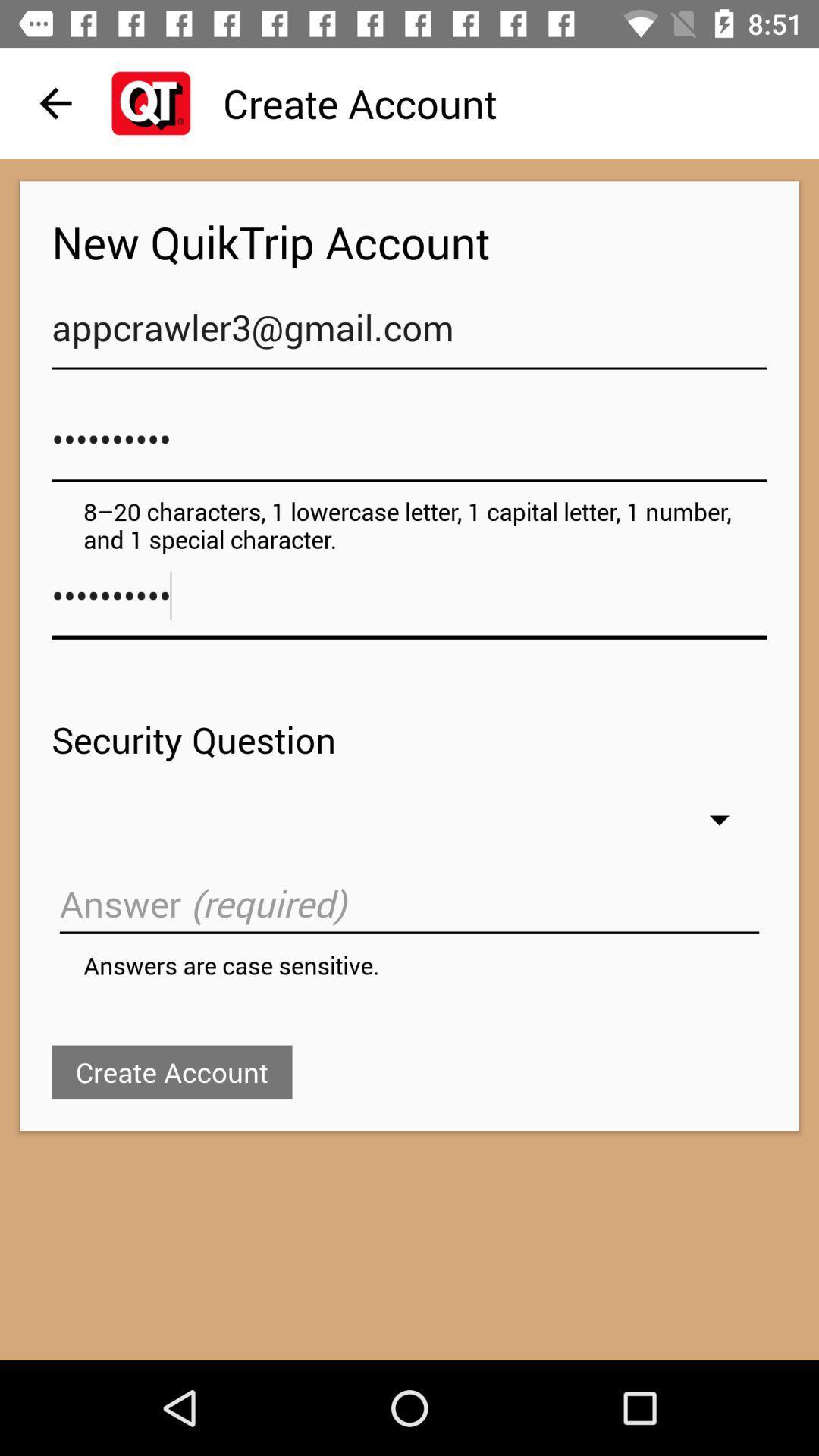  I want to click on appcrawler3@gmail.com item, so click(409, 334).